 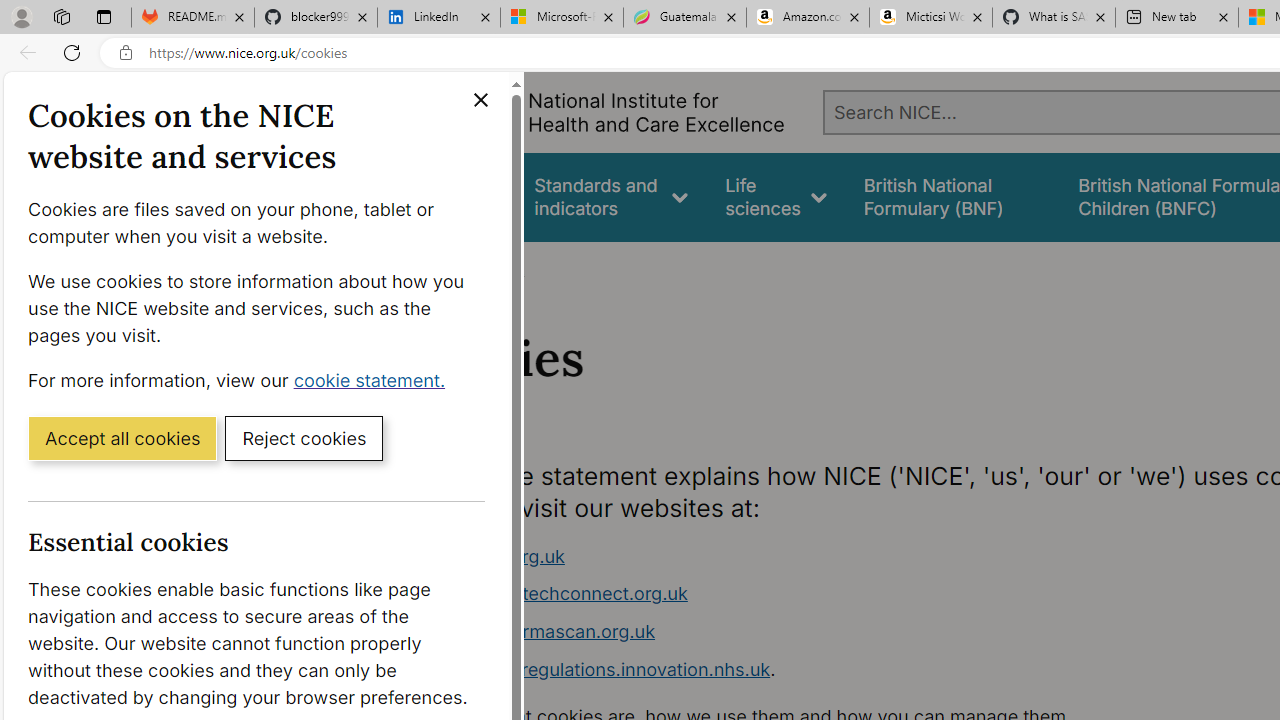 What do you see at coordinates (373, 379) in the screenshot?
I see `'cookie statement. (Opens in a new window)'` at bounding box center [373, 379].